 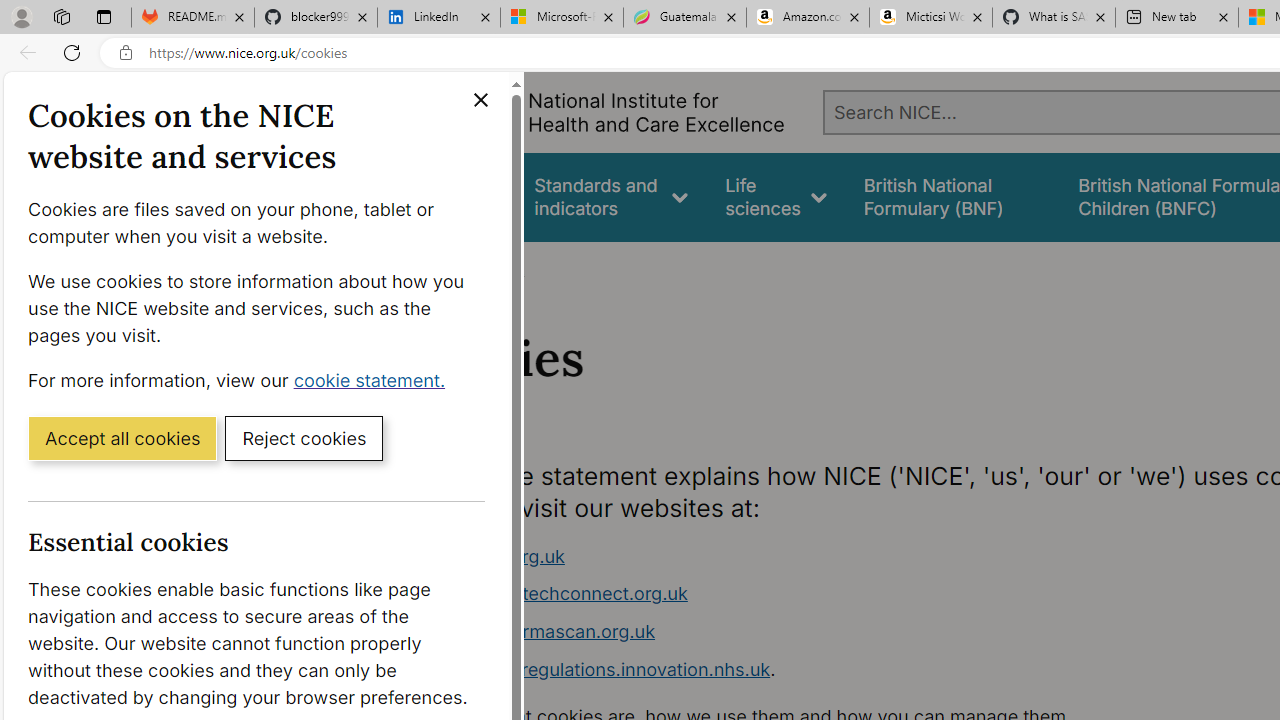 What do you see at coordinates (373, 379) in the screenshot?
I see `'cookie statement. (Opens in a new window)'` at bounding box center [373, 379].